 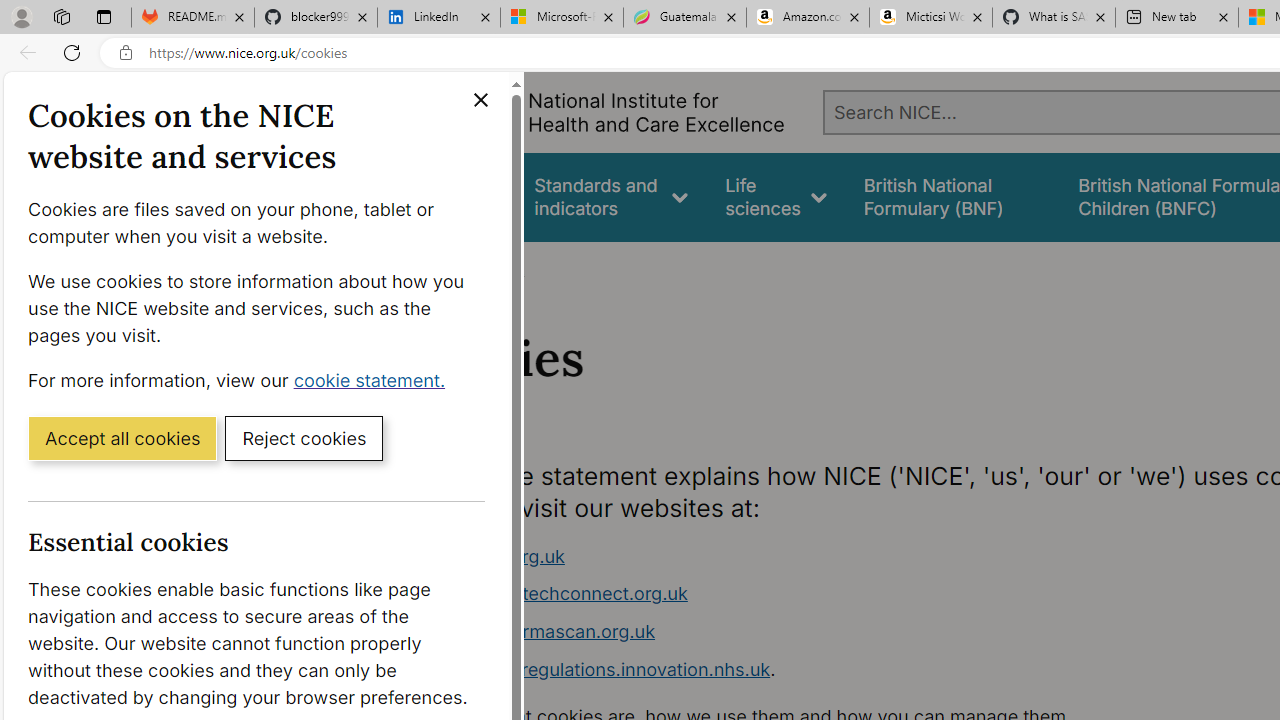 What do you see at coordinates (373, 379) in the screenshot?
I see `'cookie statement. (Opens in a new window)'` at bounding box center [373, 379].